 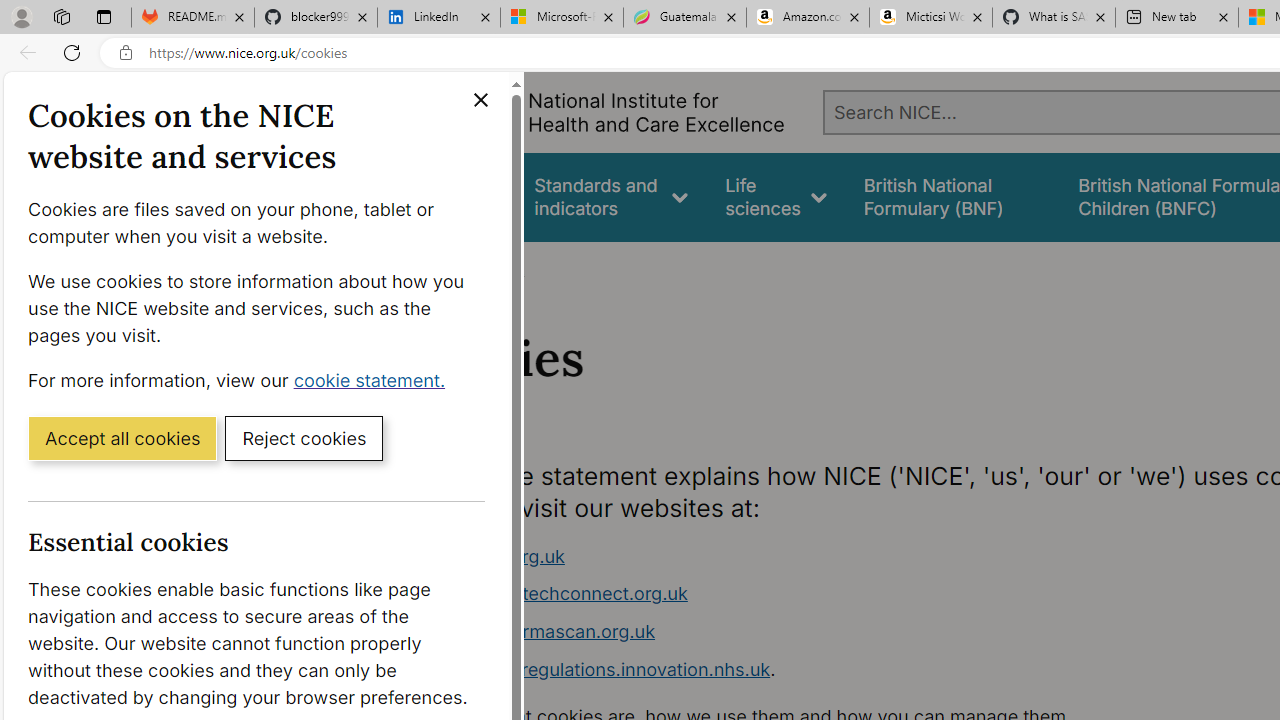 What do you see at coordinates (373, 379) in the screenshot?
I see `'cookie statement. (Opens in a new window)'` at bounding box center [373, 379].